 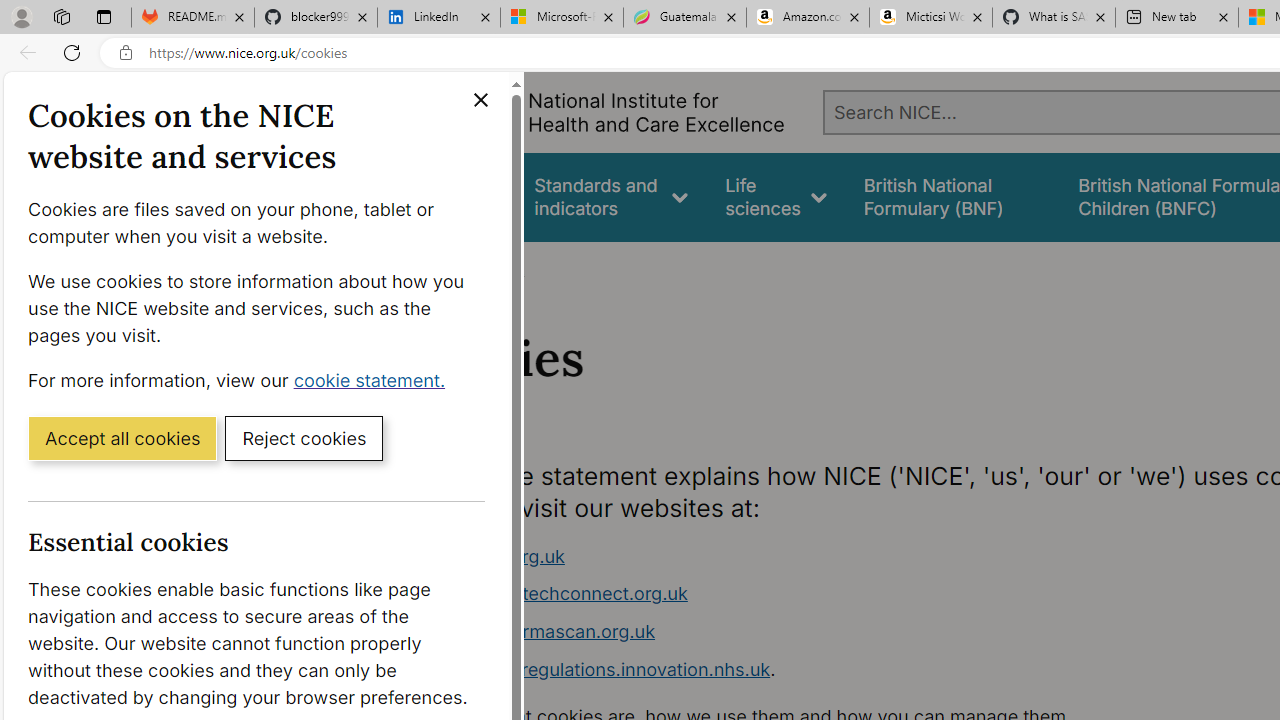 What do you see at coordinates (373, 379) in the screenshot?
I see `'cookie statement. (Opens in a new window)'` at bounding box center [373, 379].